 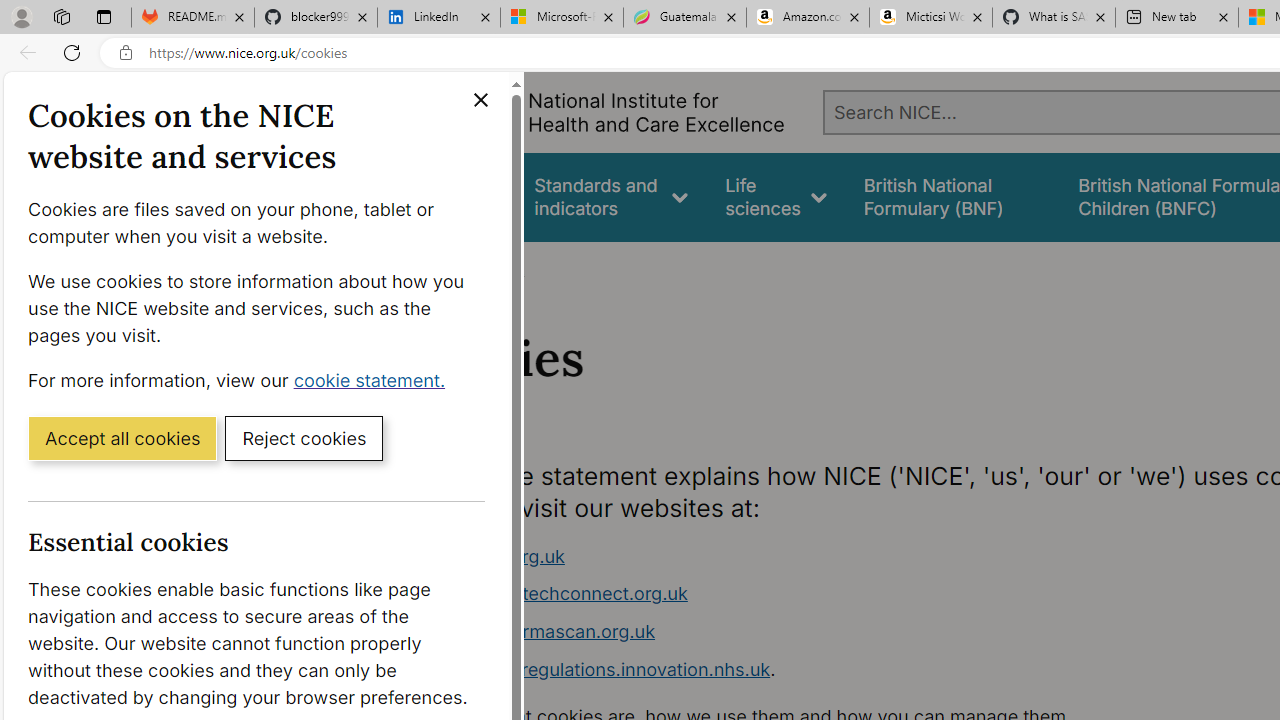 What do you see at coordinates (373, 379) in the screenshot?
I see `'cookie statement. (Opens in a new window)'` at bounding box center [373, 379].